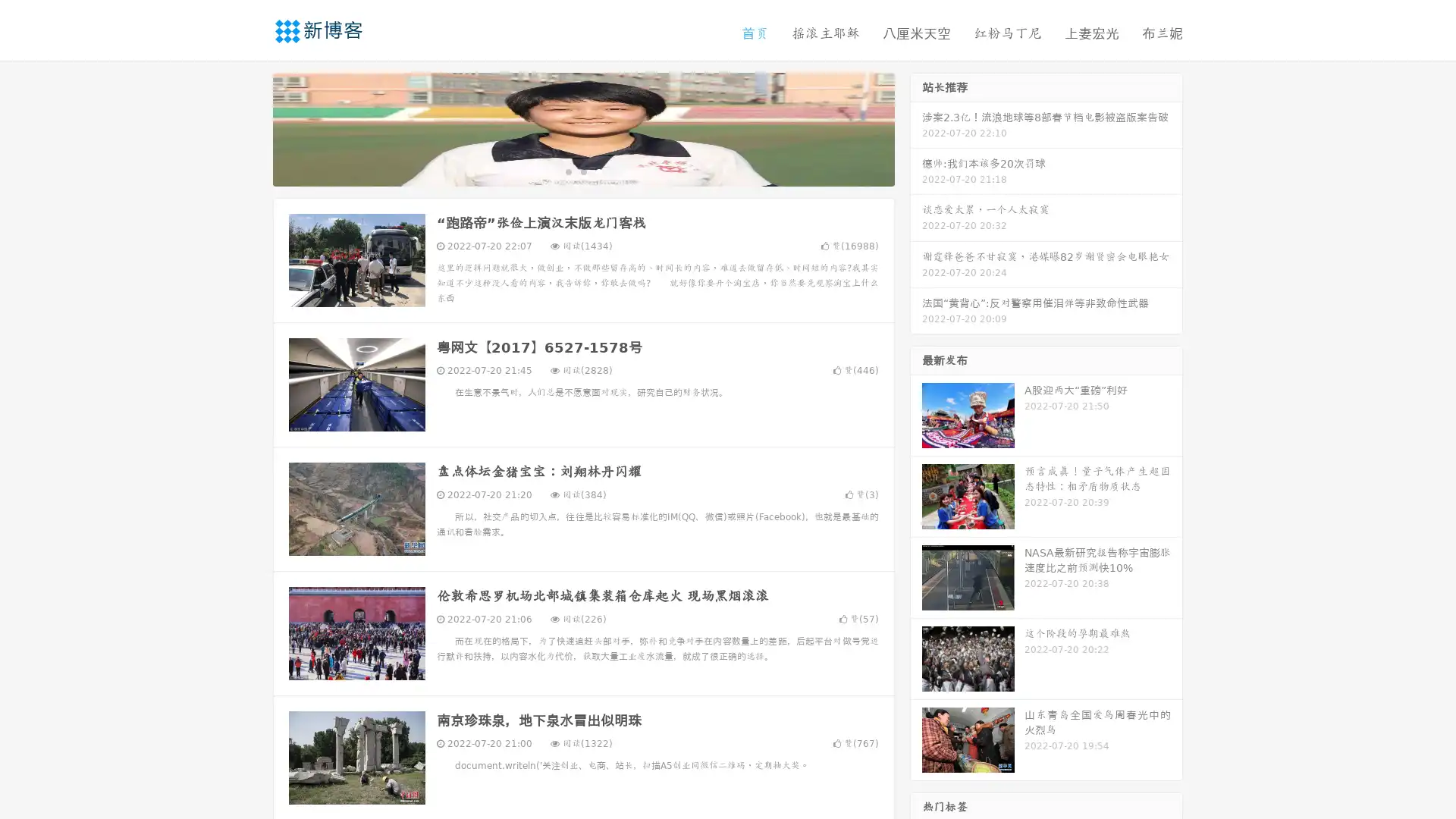  Describe the element at coordinates (567, 171) in the screenshot. I see `Go to slide 1` at that location.